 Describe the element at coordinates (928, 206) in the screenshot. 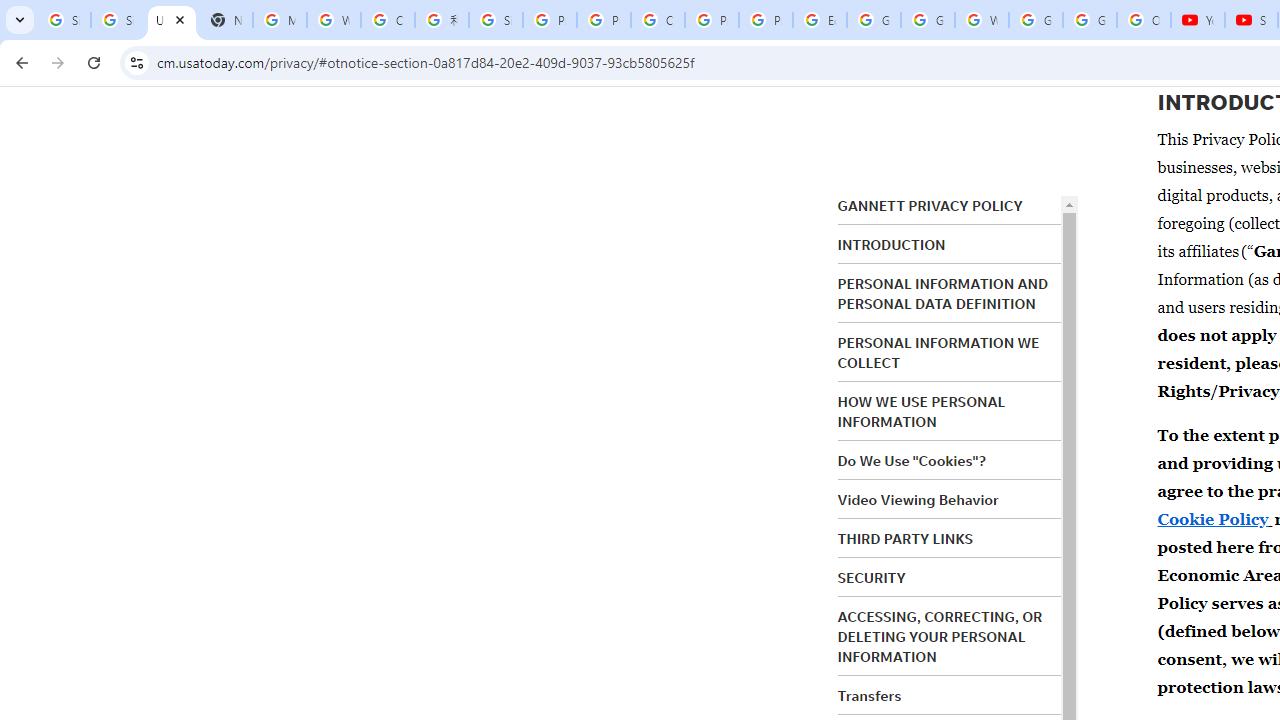

I see `'GANNETT PRIVACY POLICY'` at that location.